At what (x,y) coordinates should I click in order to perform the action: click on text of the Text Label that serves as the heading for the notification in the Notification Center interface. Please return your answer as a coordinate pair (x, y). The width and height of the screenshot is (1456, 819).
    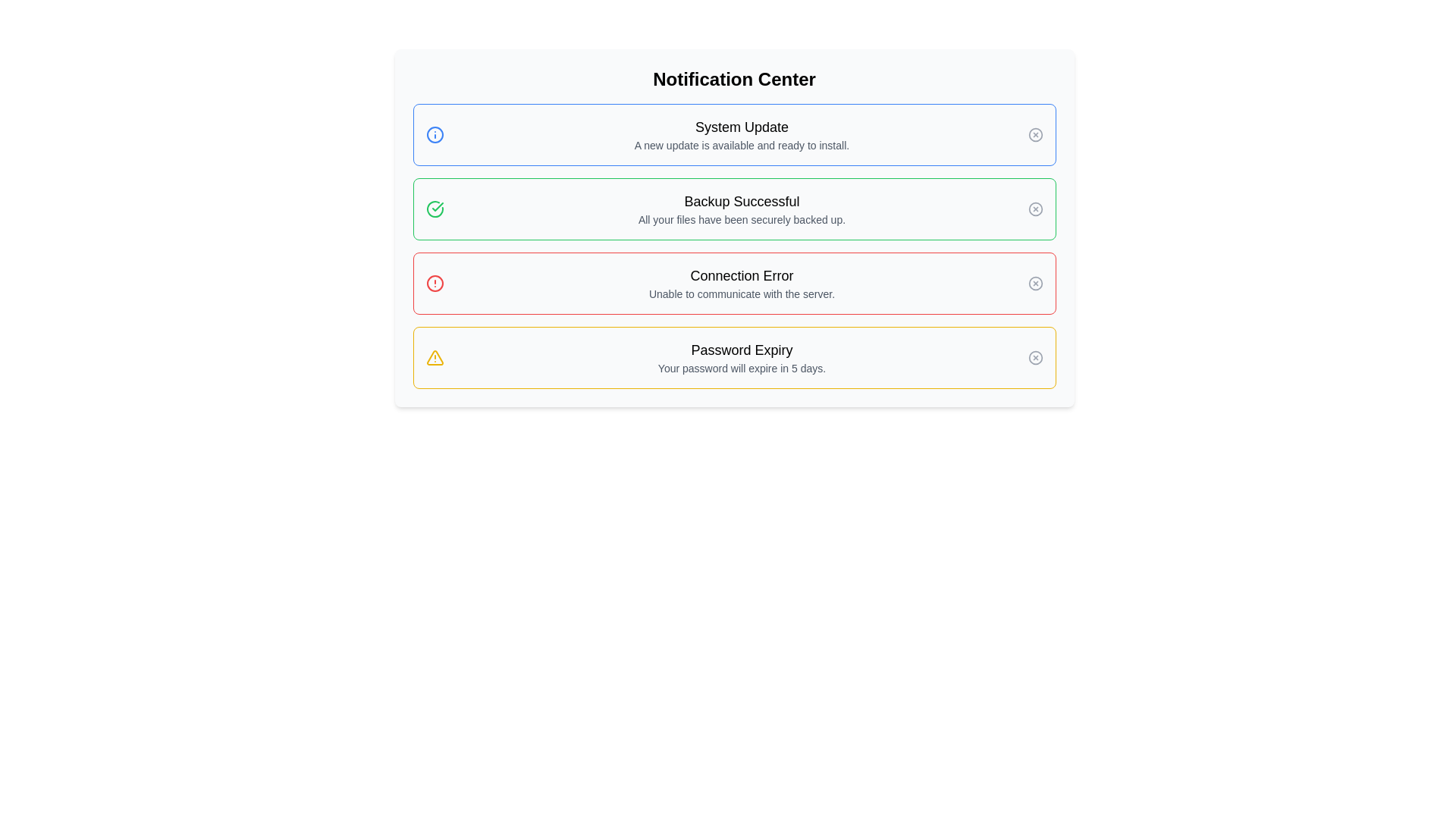
    Looking at the image, I should click on (742, 127).